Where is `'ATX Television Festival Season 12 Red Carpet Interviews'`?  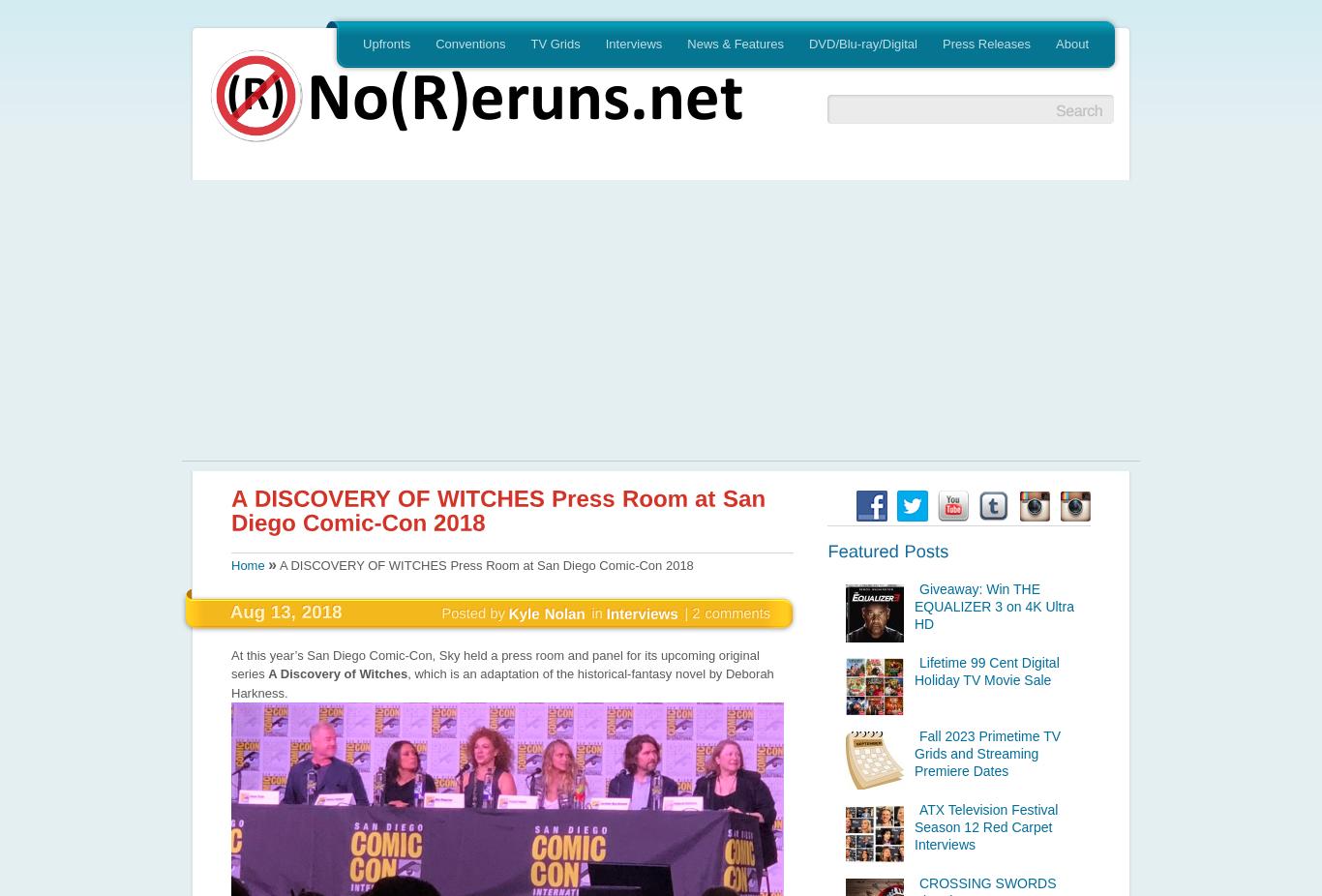
'ATX Television Festival Season 12 Red Carpet Interviews' is located at coordinates (986, 826).